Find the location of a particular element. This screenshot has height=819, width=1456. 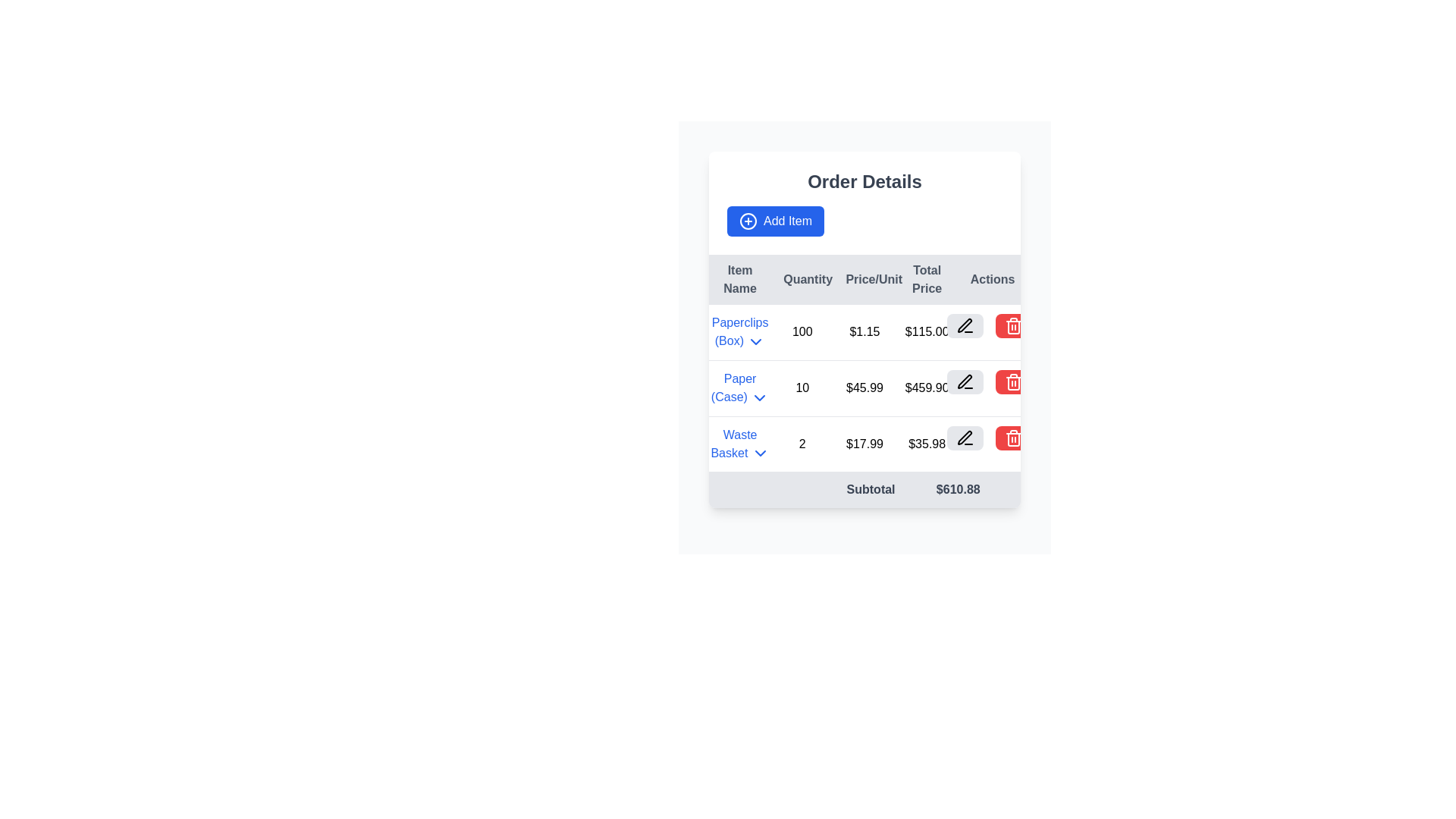

price value displayed in the price label showing '$1.15', which is located in the first row of the table under the 'Price/Unit' column is located at coordinates (864, 331).